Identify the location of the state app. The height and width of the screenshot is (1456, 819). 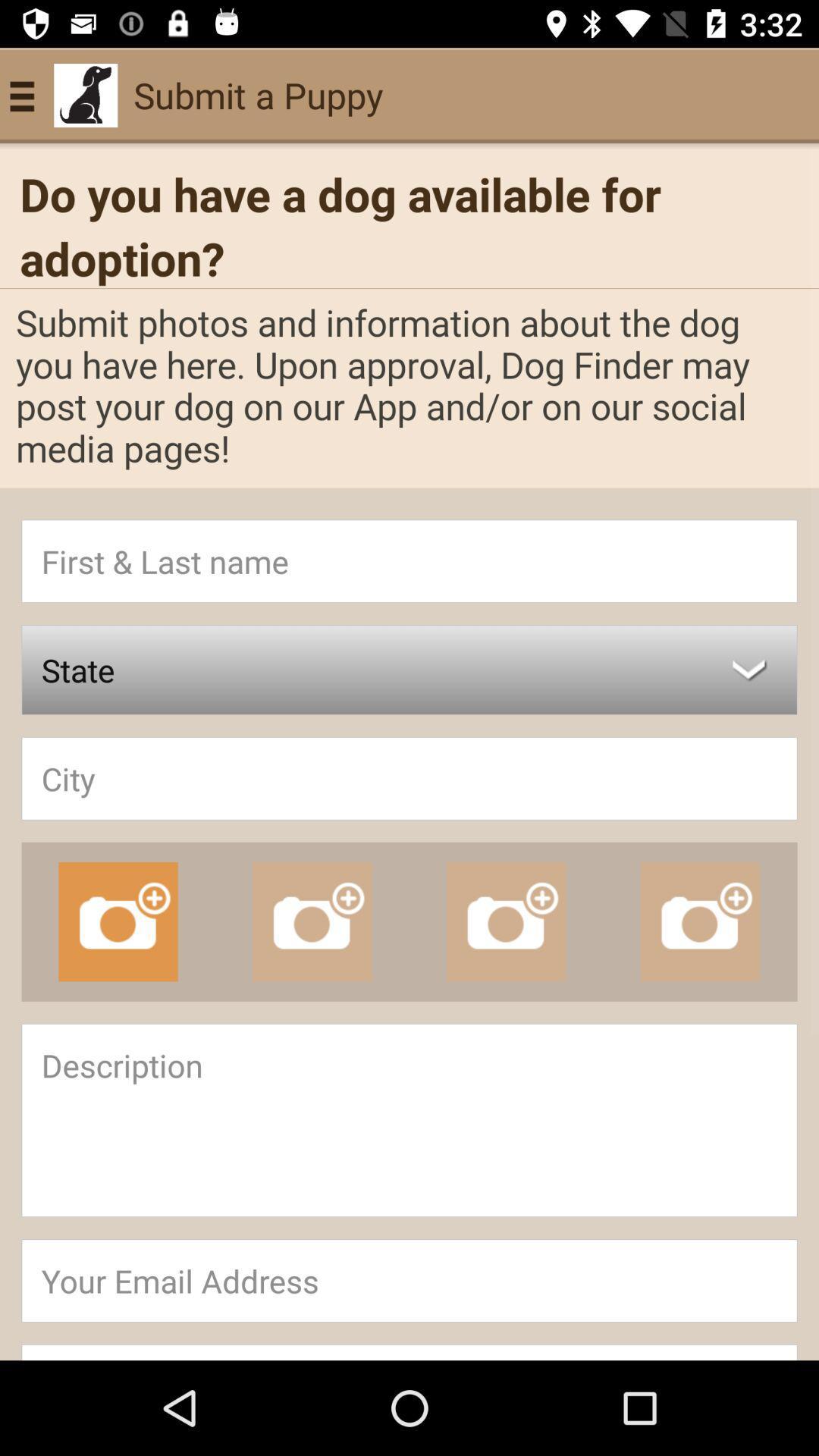
(409, 669).